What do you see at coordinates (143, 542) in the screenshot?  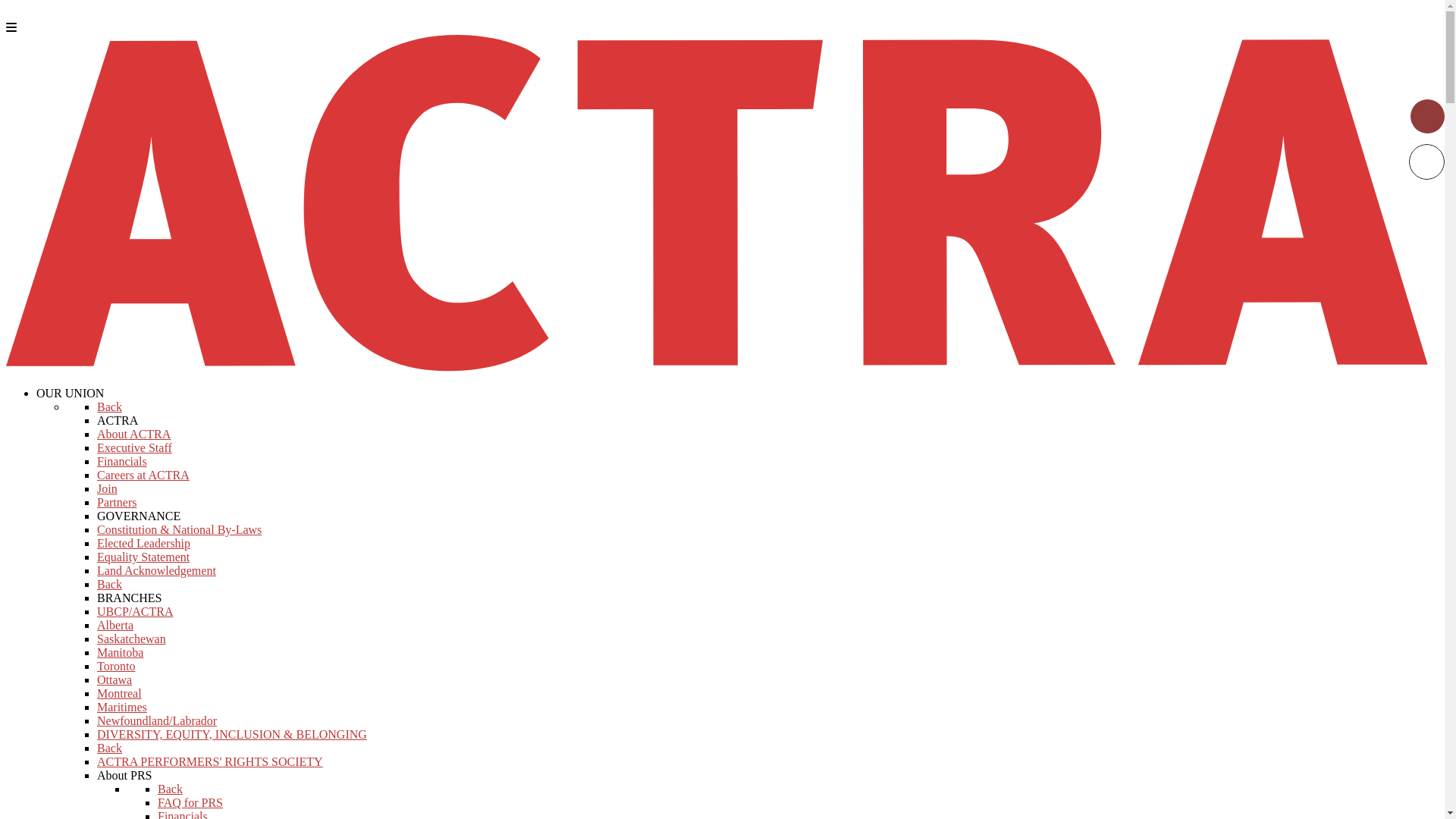 I see `'Elected Leadership'` at bounding box center [143, 542].